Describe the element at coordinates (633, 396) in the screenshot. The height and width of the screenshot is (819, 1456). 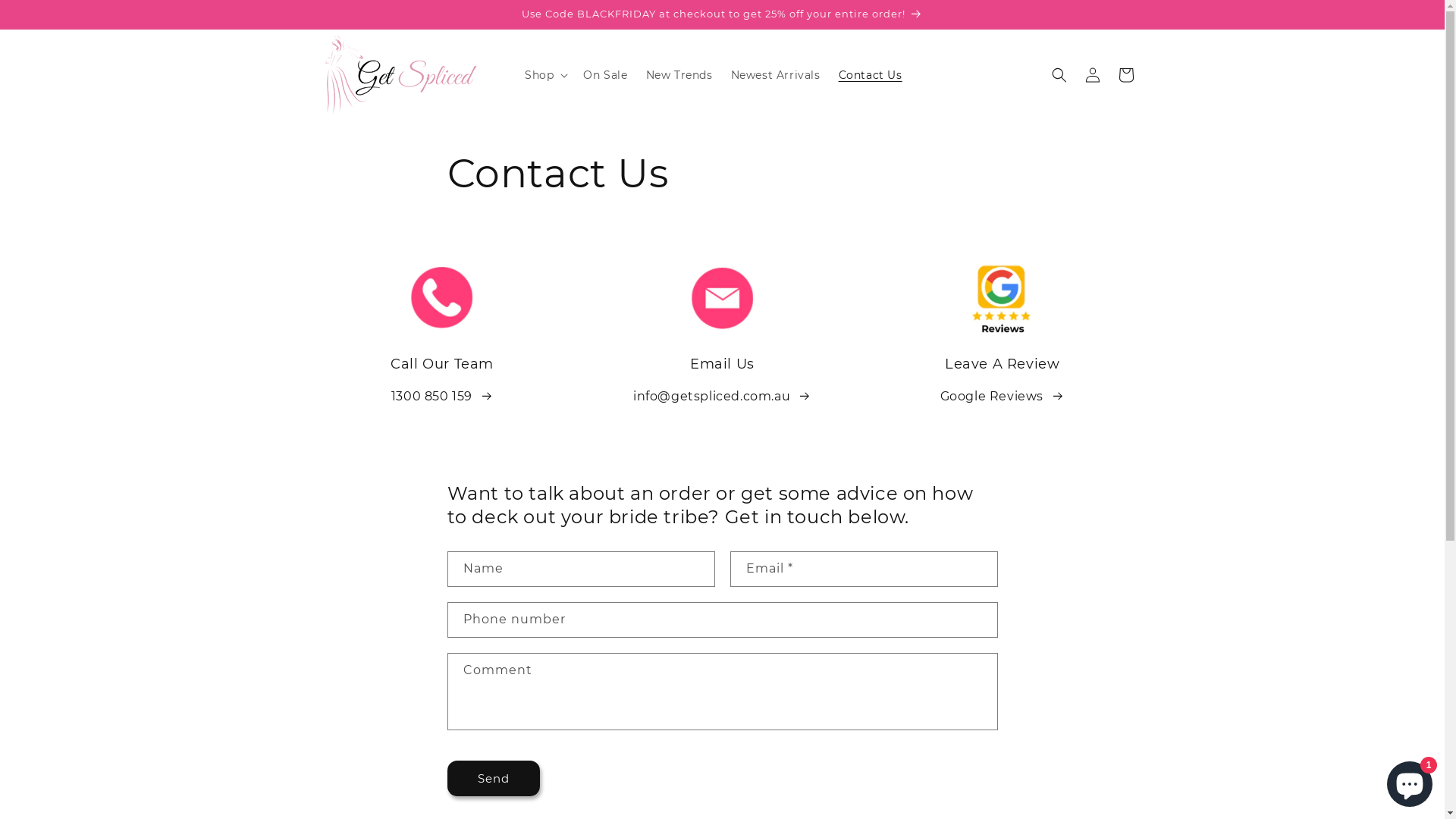
I see `'info@getspliced.com.au '` at that location.